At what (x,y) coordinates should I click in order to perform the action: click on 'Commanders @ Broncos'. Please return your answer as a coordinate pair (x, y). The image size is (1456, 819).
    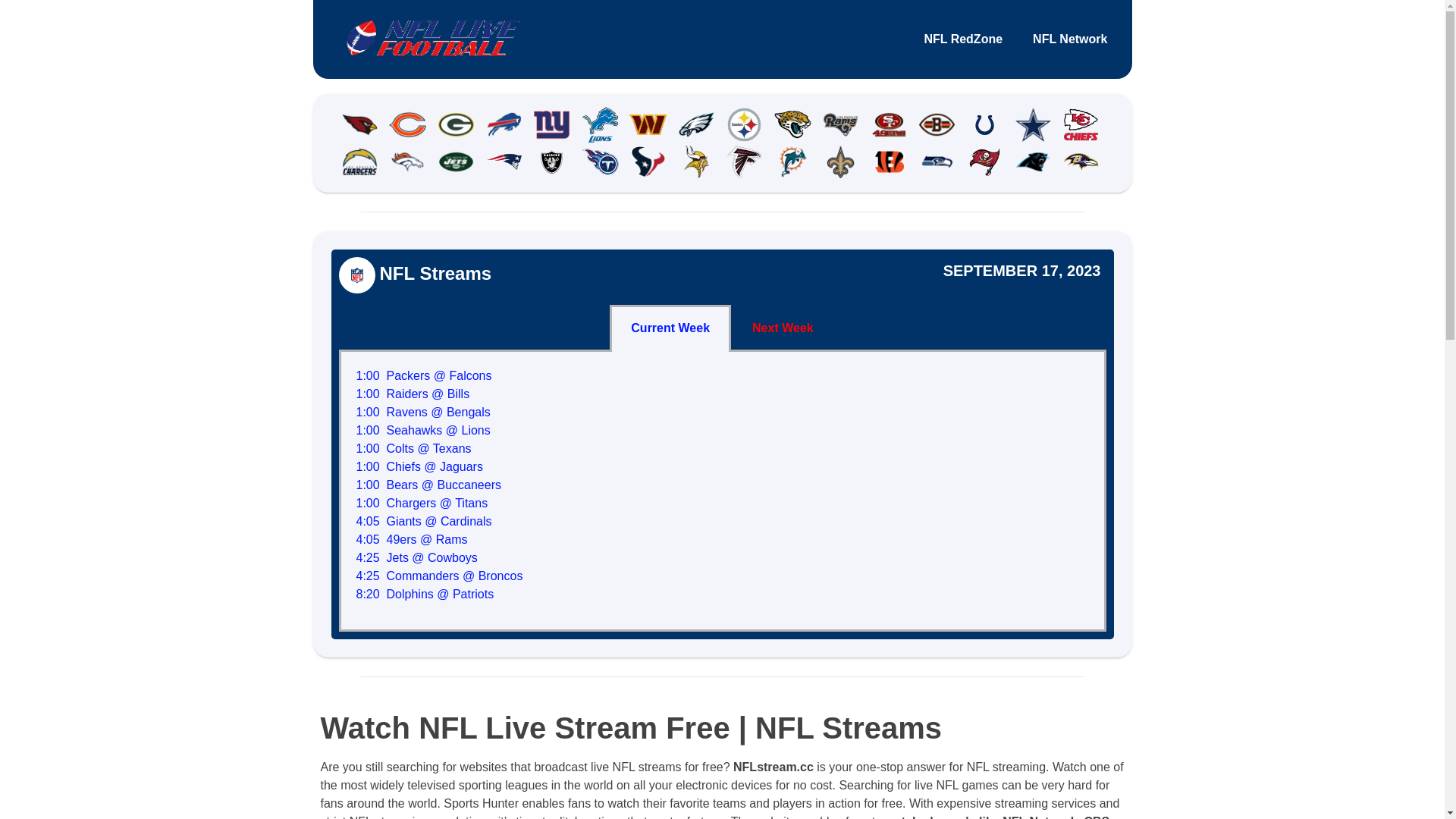
    Looking at the image, I should click on (454, 576).